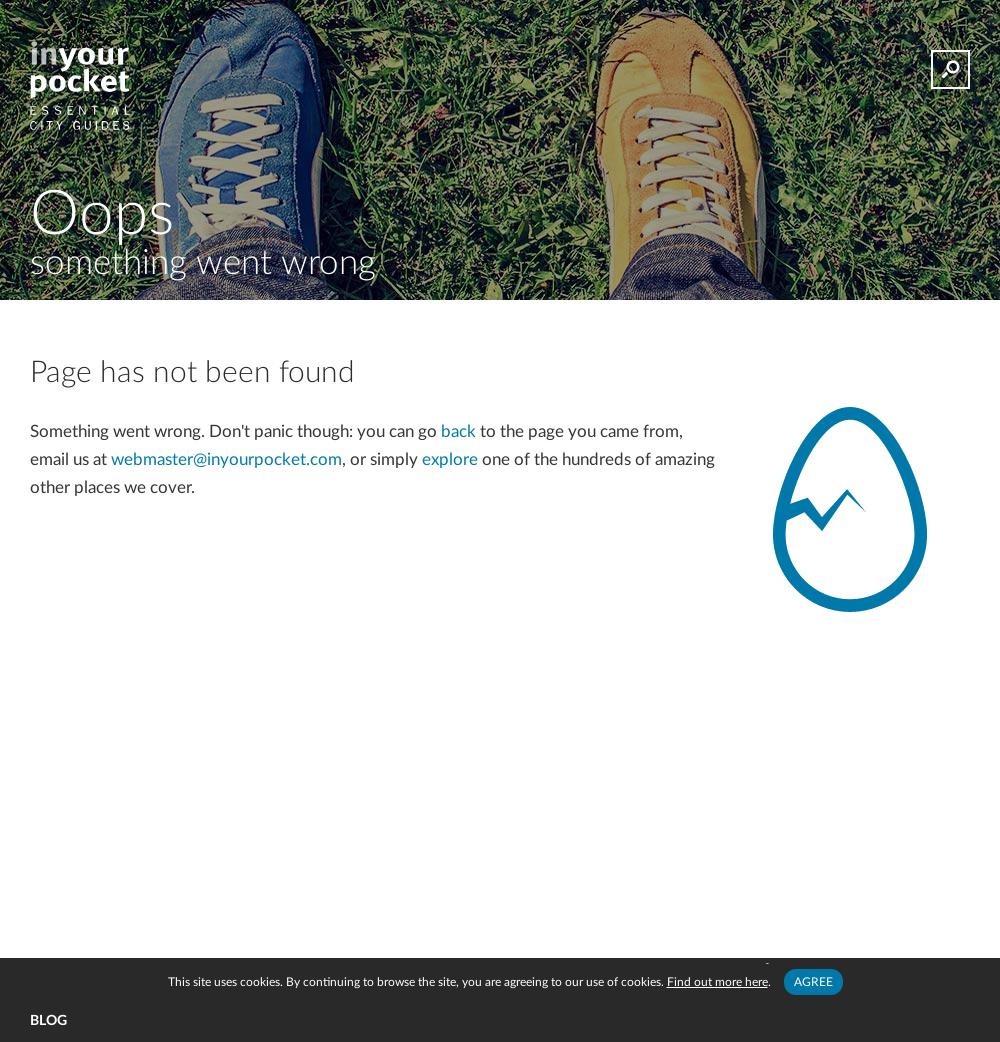  What do you see at coordinates (527, 978) in the screenshot?
I see `'Disclaimer'` at bounding box center [527, 978].